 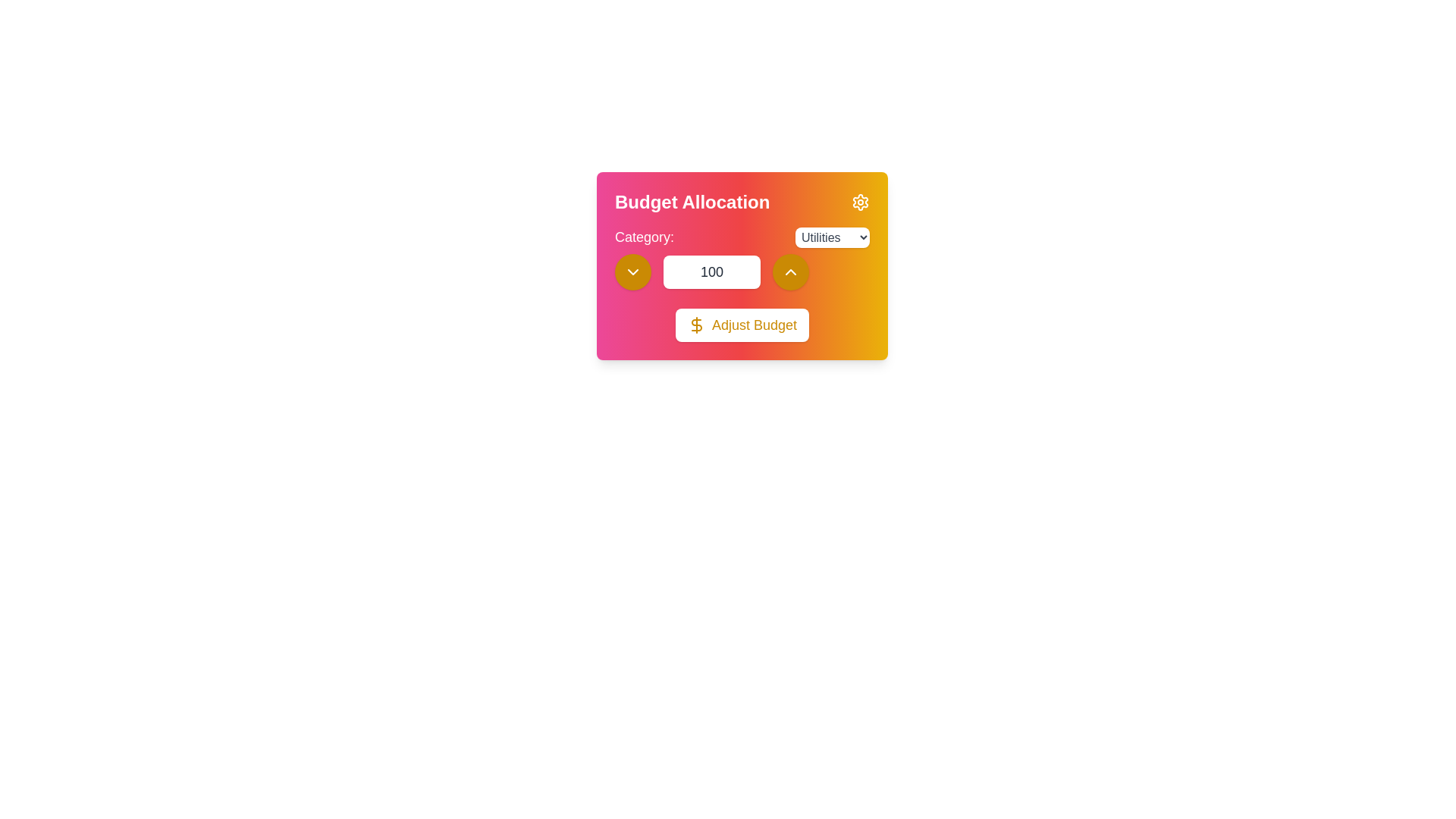 What do you see at coordinates (633, 271) in the screenshot?
I see `the dropdown toggle icon within the circular button located to the left of the input field labeled '100'` at bounding box center [633, 271].